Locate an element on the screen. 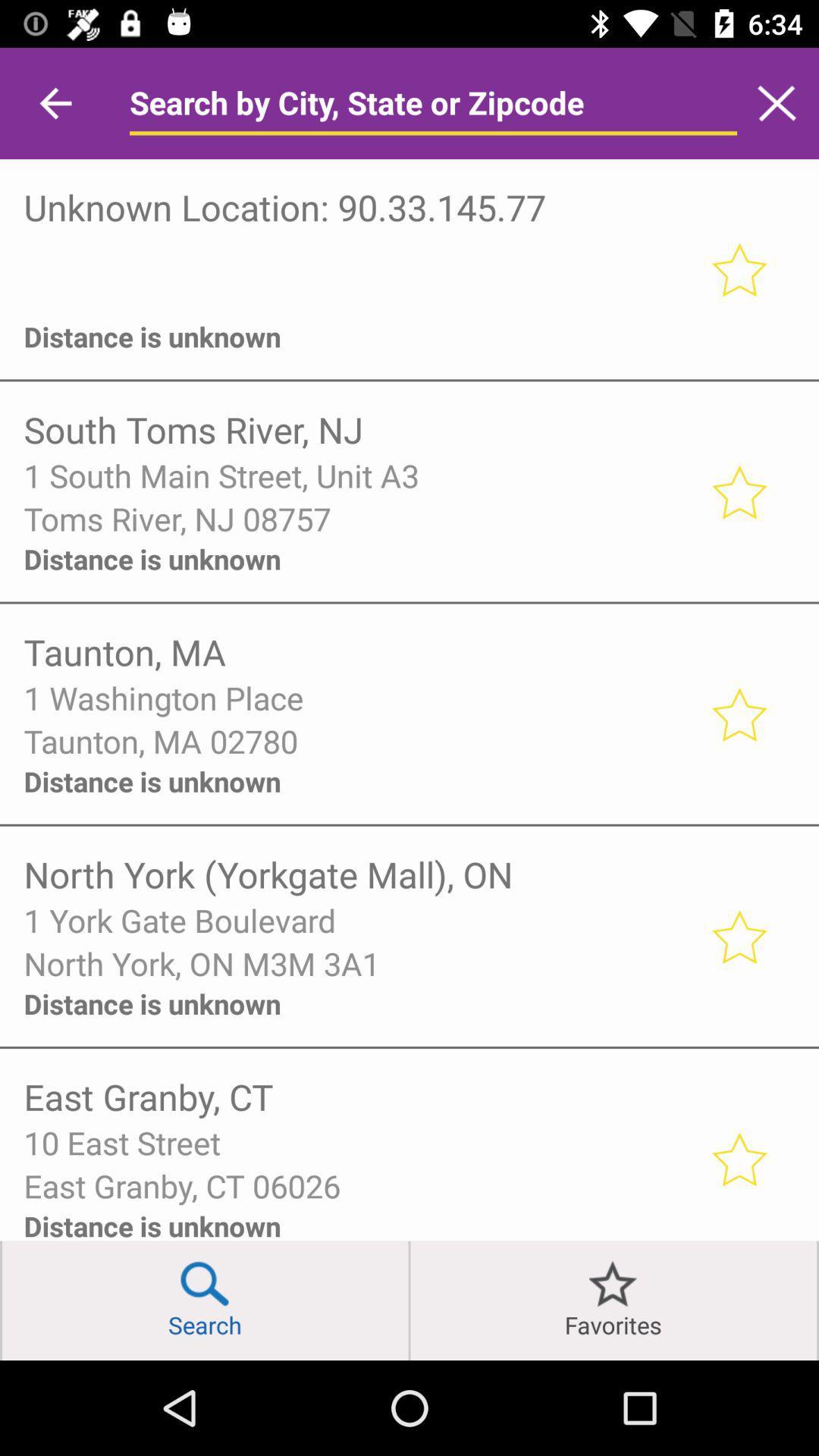 This screenshot has width=819, height=1456. item to the right of favorites item is located at coordinates (817, 1300).